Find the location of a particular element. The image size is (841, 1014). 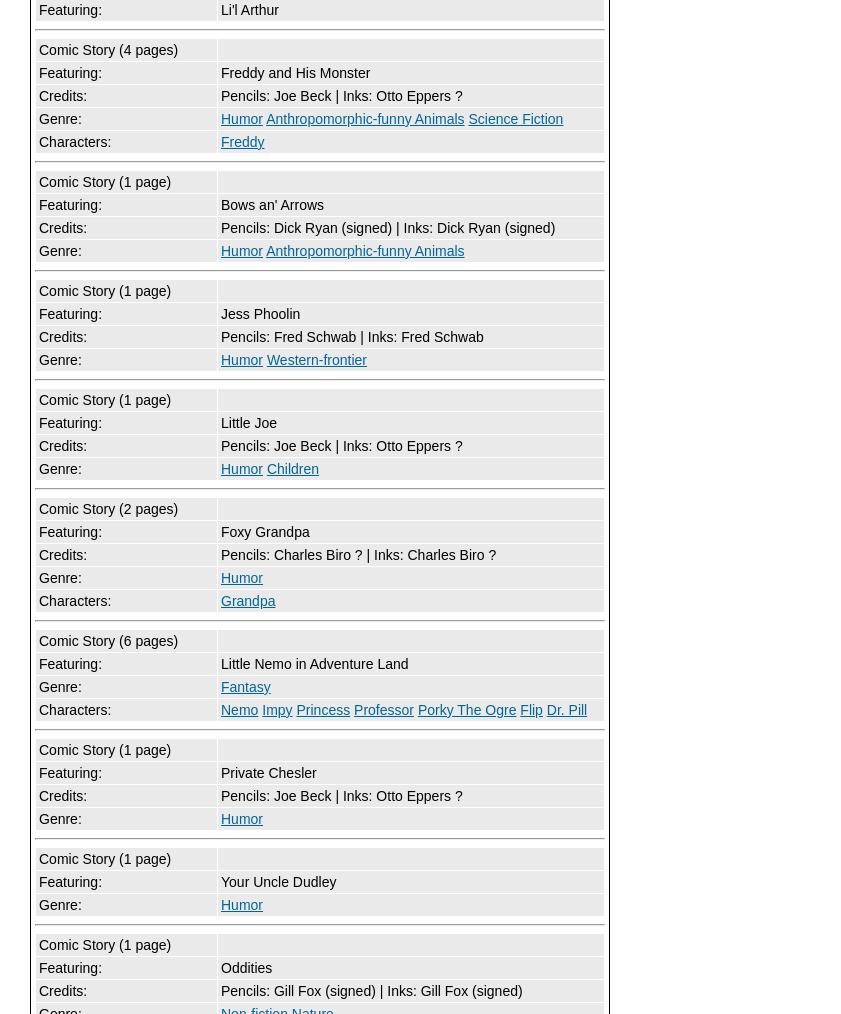

'Children' is located at coordinates (291, 468).